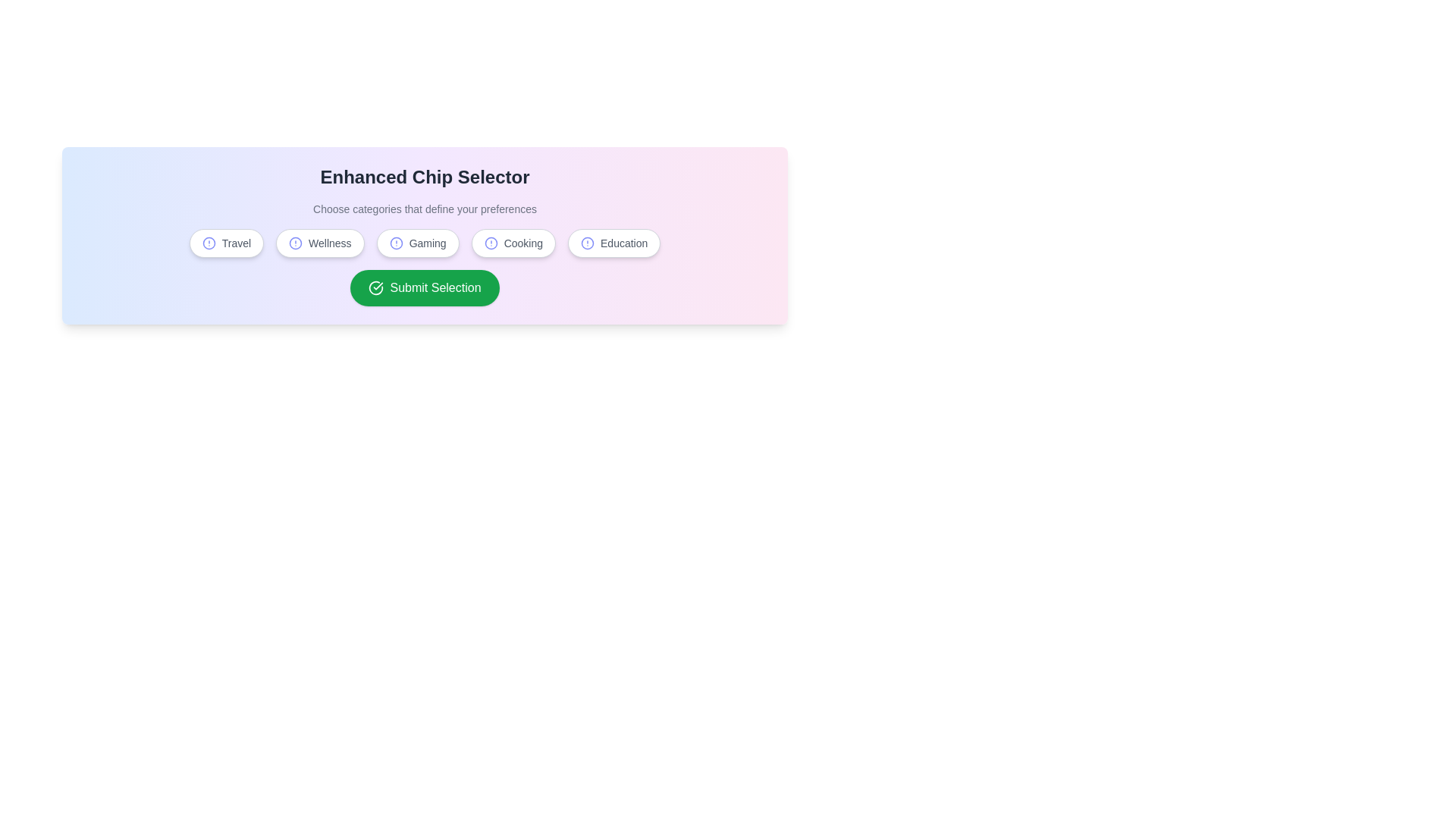 The width and height of the screenshot is (1456, 819). I want to click on the 'Submit Selection' button to confirm the selected categories, so click(425, 288).